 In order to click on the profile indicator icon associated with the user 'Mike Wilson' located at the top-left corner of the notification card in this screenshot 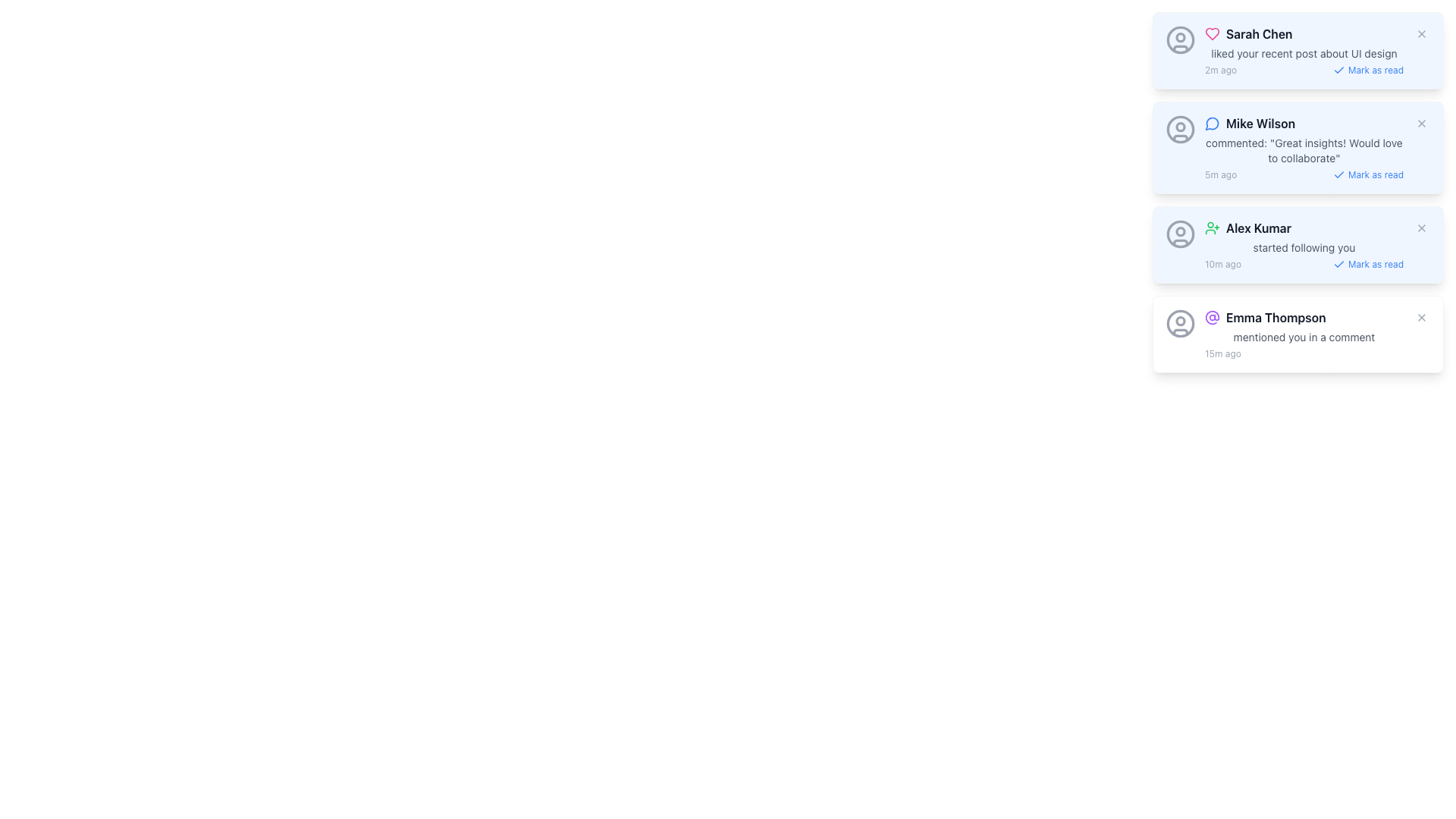, I will do `click(1179, 128)`.